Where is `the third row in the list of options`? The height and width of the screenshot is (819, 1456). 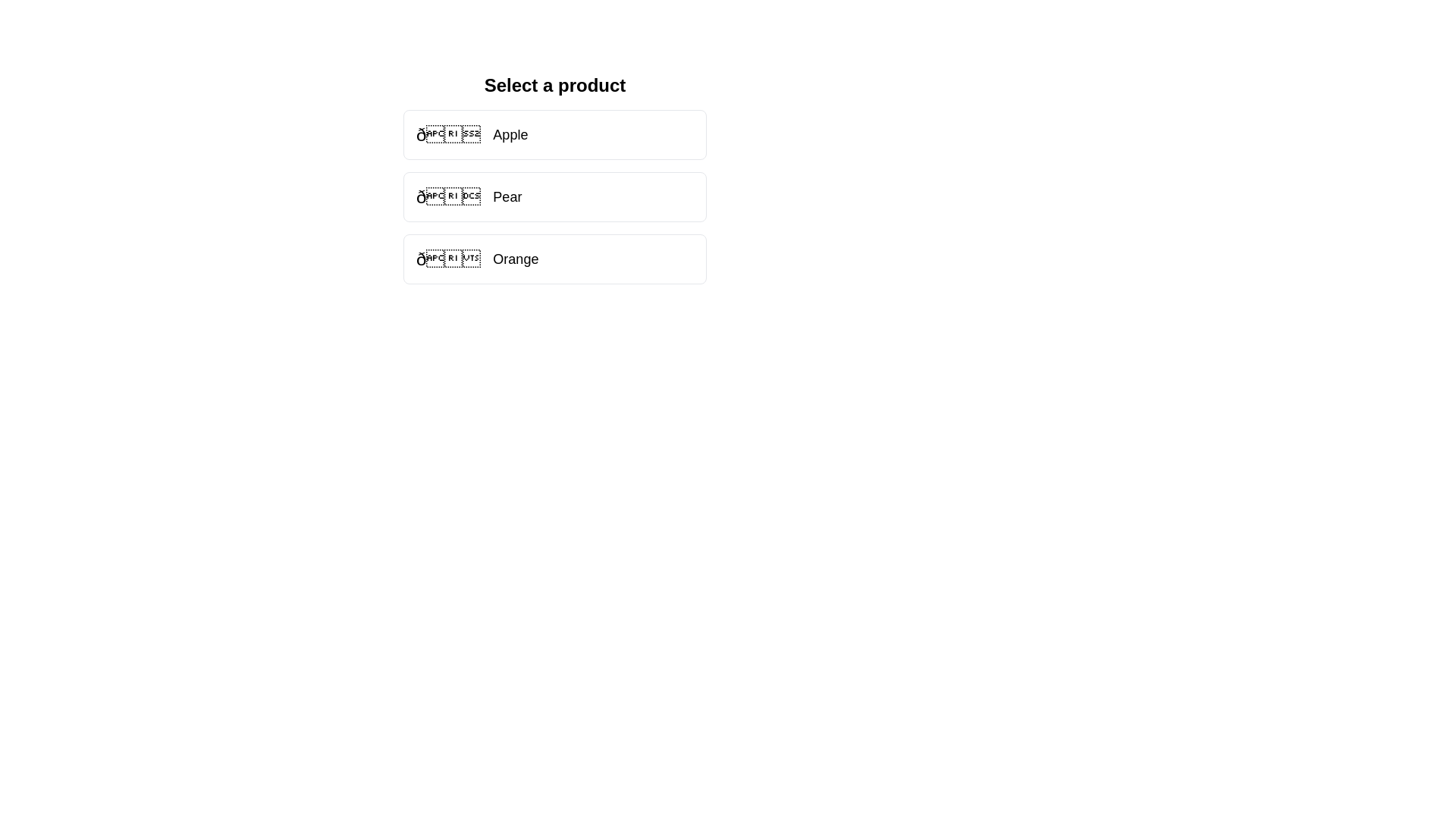
the third row in the list of options is located at coordinates (476, 259).